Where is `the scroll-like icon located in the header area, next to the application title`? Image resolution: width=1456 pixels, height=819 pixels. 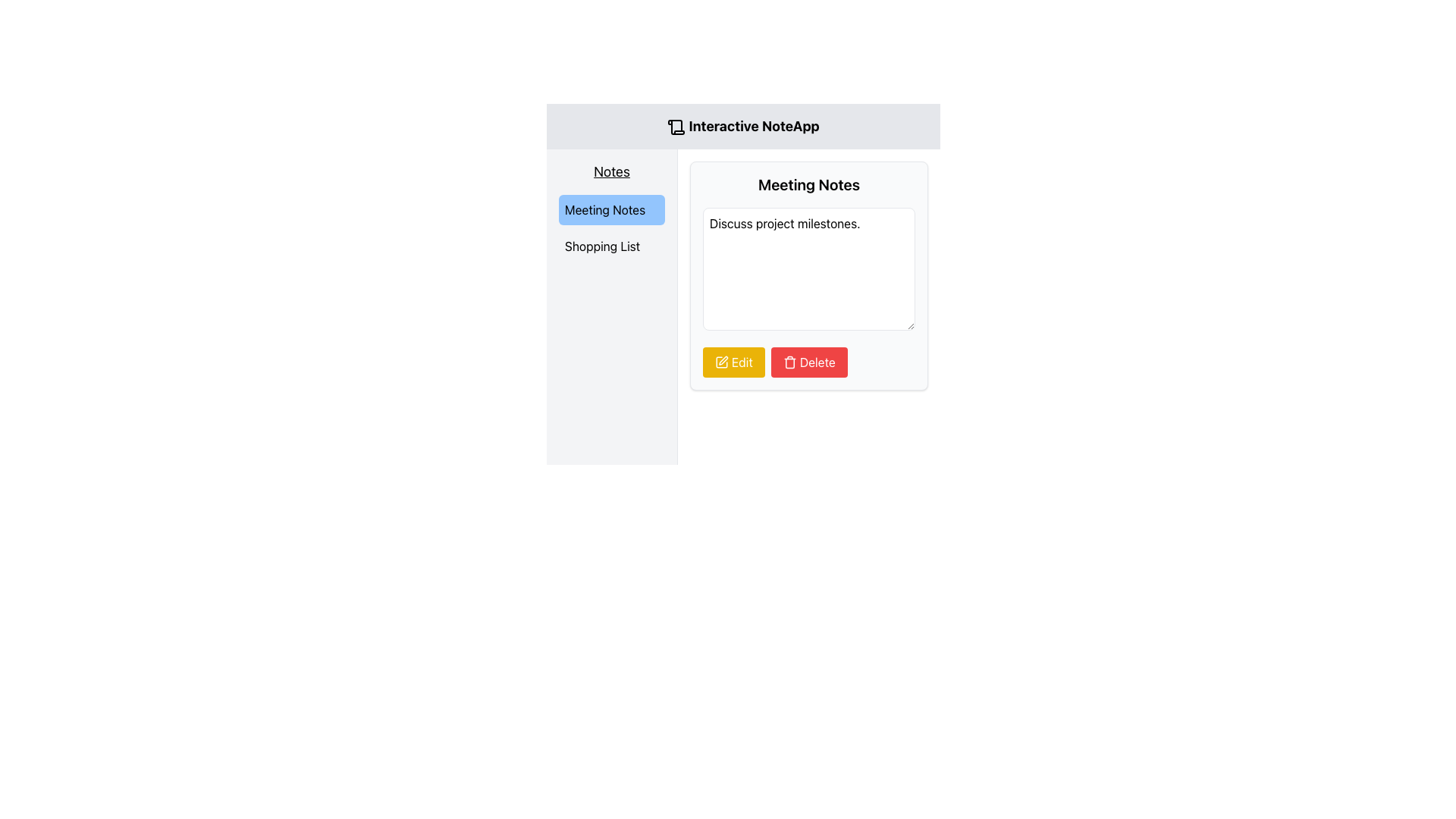
the scroll-like icon located in the header area, next to the application title is located at coordinates (676, 127).